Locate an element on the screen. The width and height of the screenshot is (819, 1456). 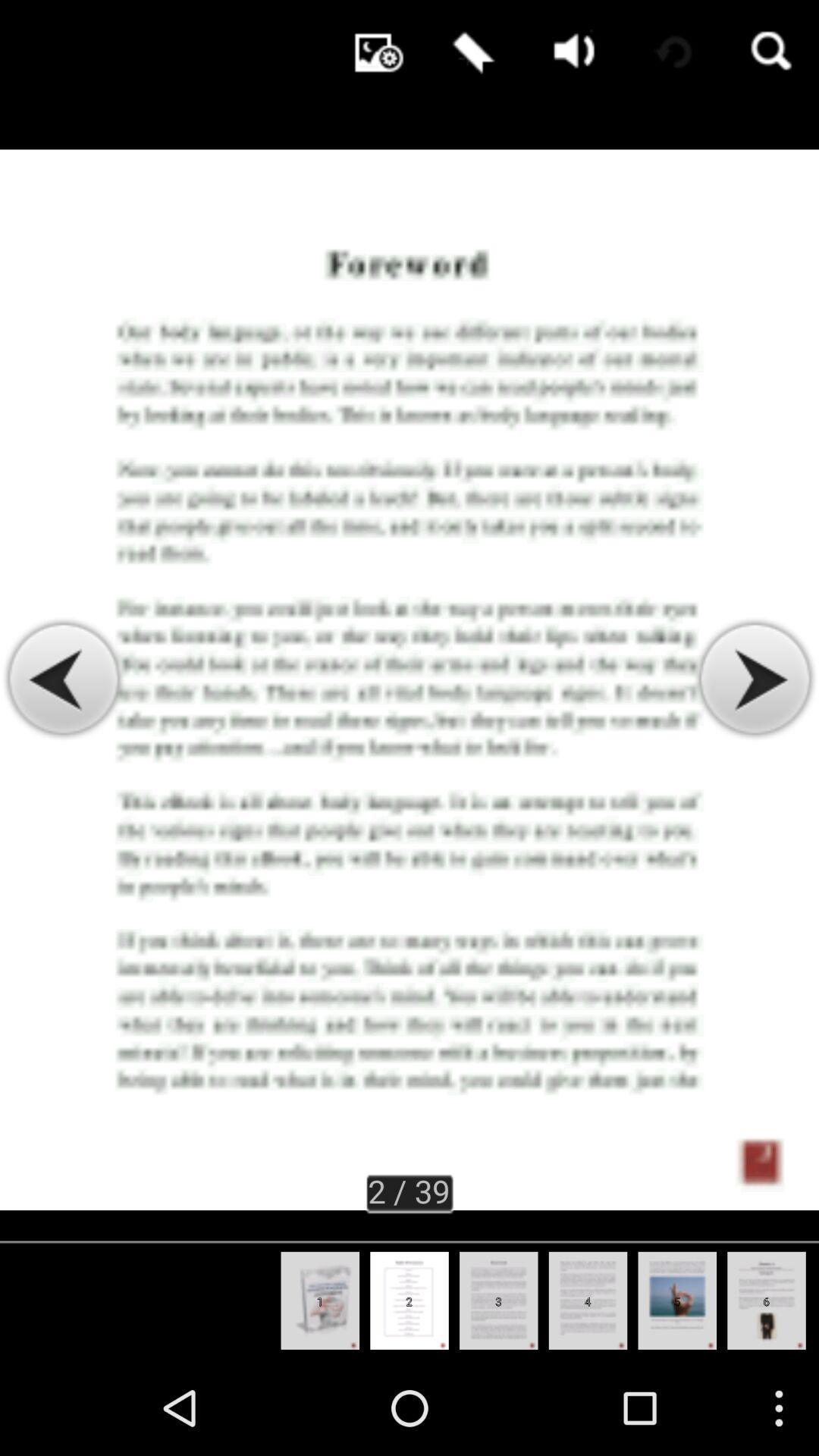
the search icon is located at coordinates (769, 53).